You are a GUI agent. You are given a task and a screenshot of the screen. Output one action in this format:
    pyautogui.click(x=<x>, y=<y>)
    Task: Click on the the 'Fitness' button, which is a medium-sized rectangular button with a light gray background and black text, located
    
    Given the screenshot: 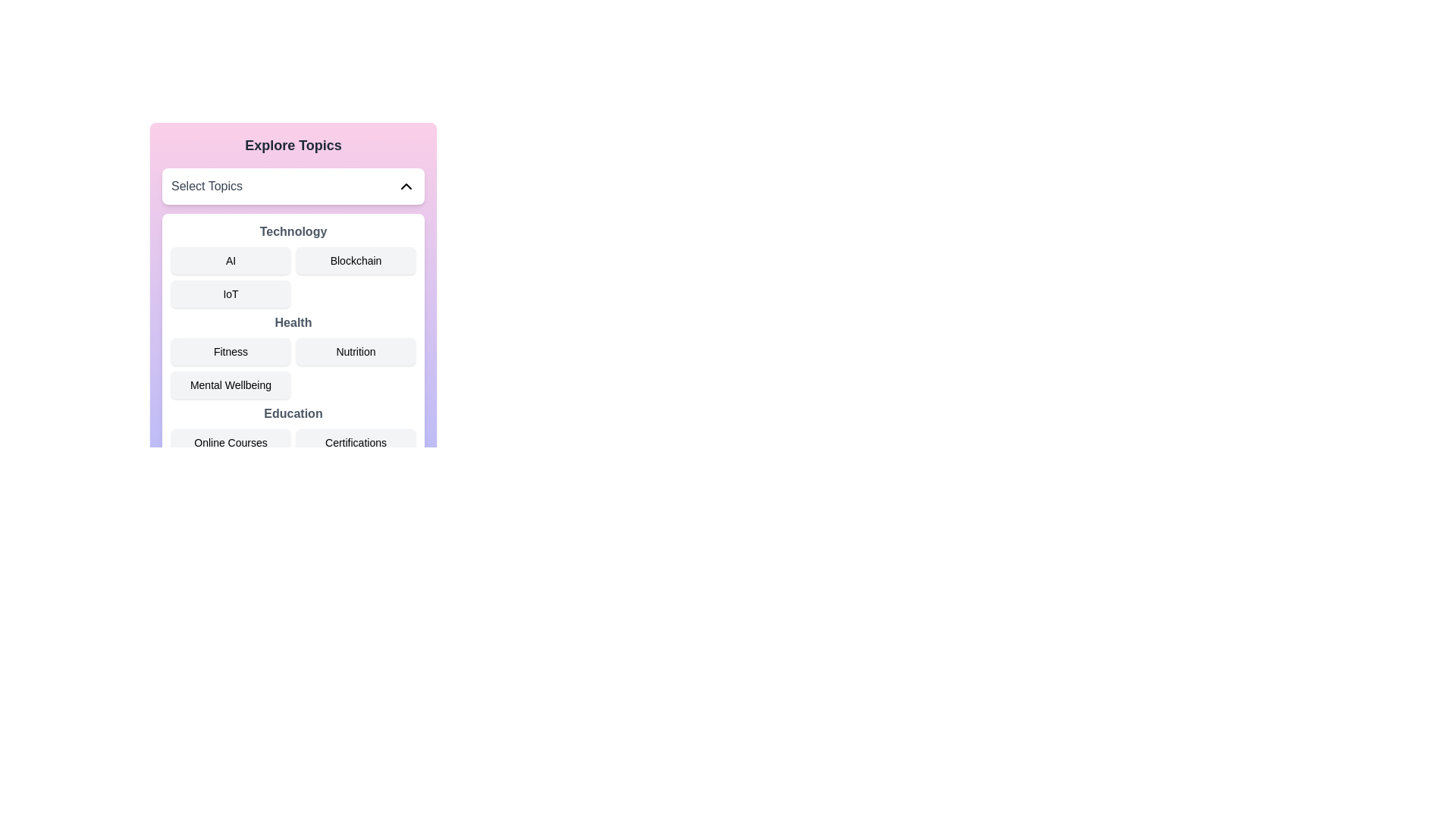 What is the action you would take?
    pyautogui.click(x=230, y=351)
    